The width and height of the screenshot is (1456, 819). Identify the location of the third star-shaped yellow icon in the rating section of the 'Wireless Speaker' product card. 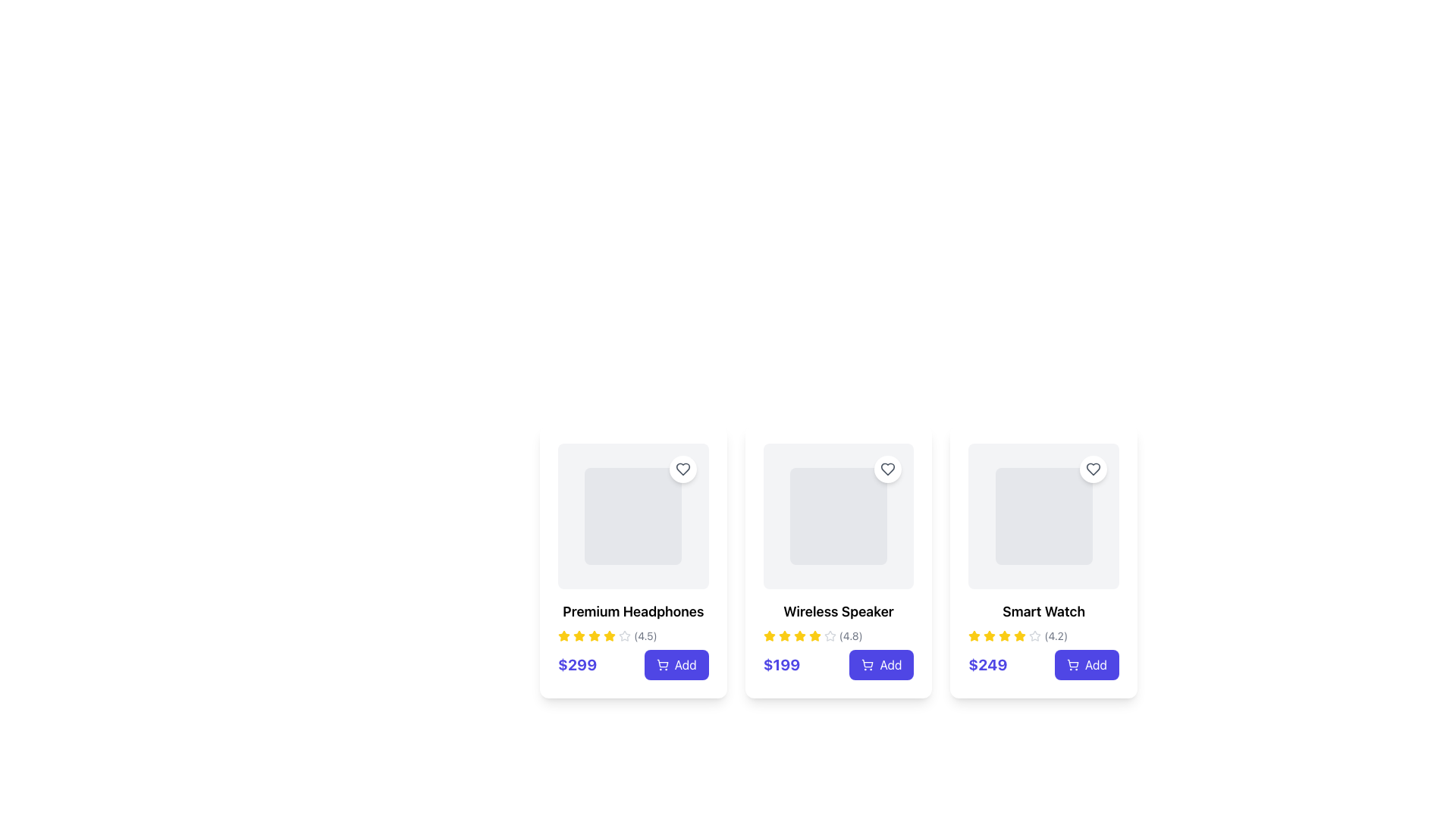
(769, 635).